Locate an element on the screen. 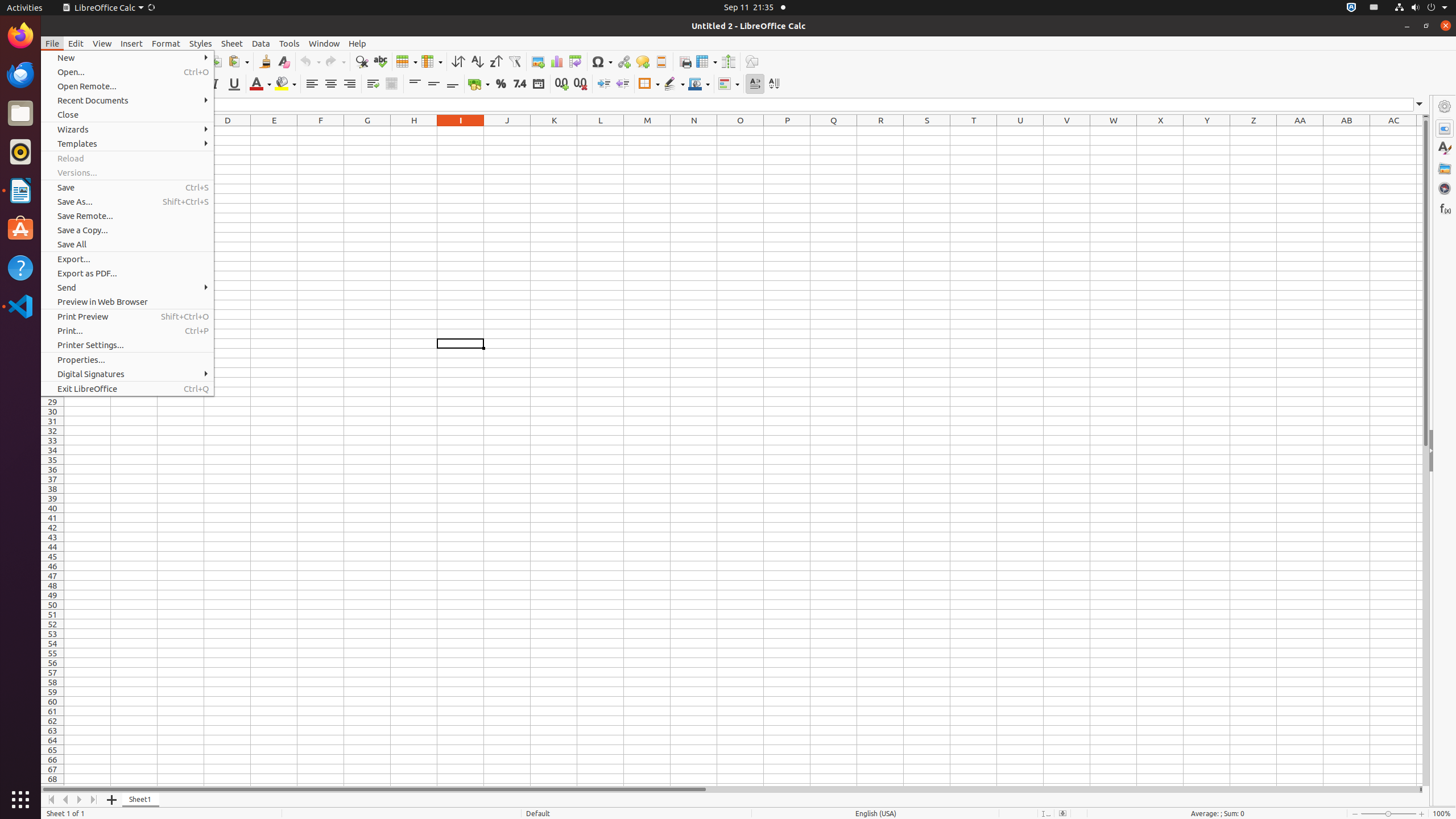  'Freeze Rows and Columns' is located at coordinates (706, 61).